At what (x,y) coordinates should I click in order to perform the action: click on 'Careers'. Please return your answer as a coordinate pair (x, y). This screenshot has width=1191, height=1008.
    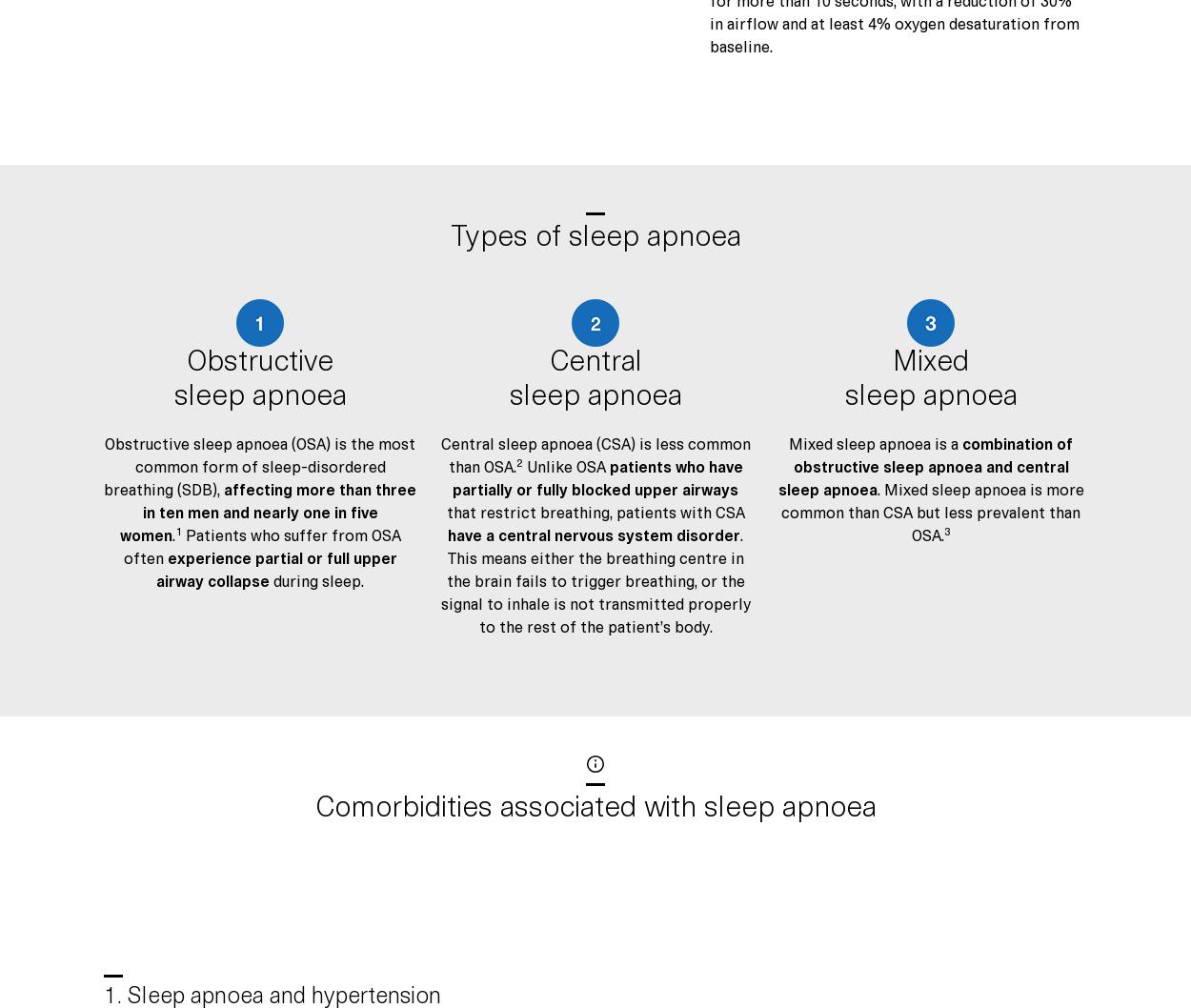
    Looking at the image, I should click on (128, 515).